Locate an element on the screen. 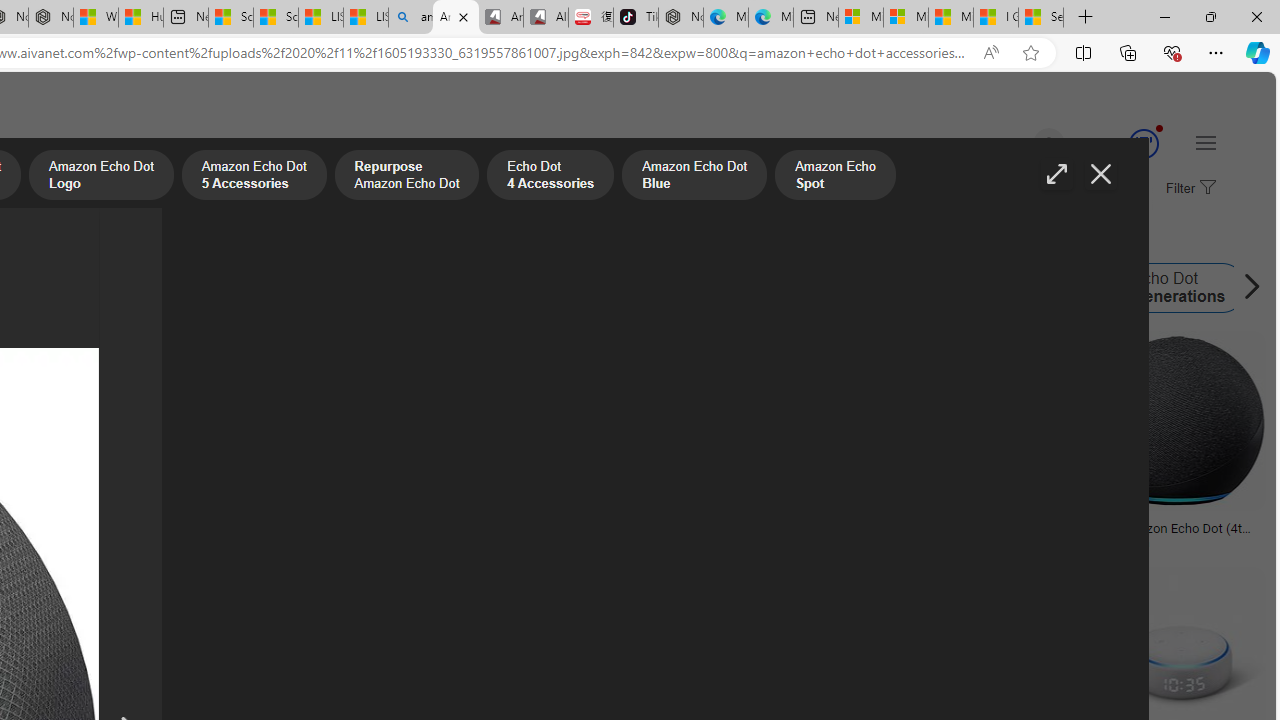 The height and width of the screenshot is (720, 1280). 'Alexa Echo Png Pic Png Arts Images' is located at coordinates (343, 527).